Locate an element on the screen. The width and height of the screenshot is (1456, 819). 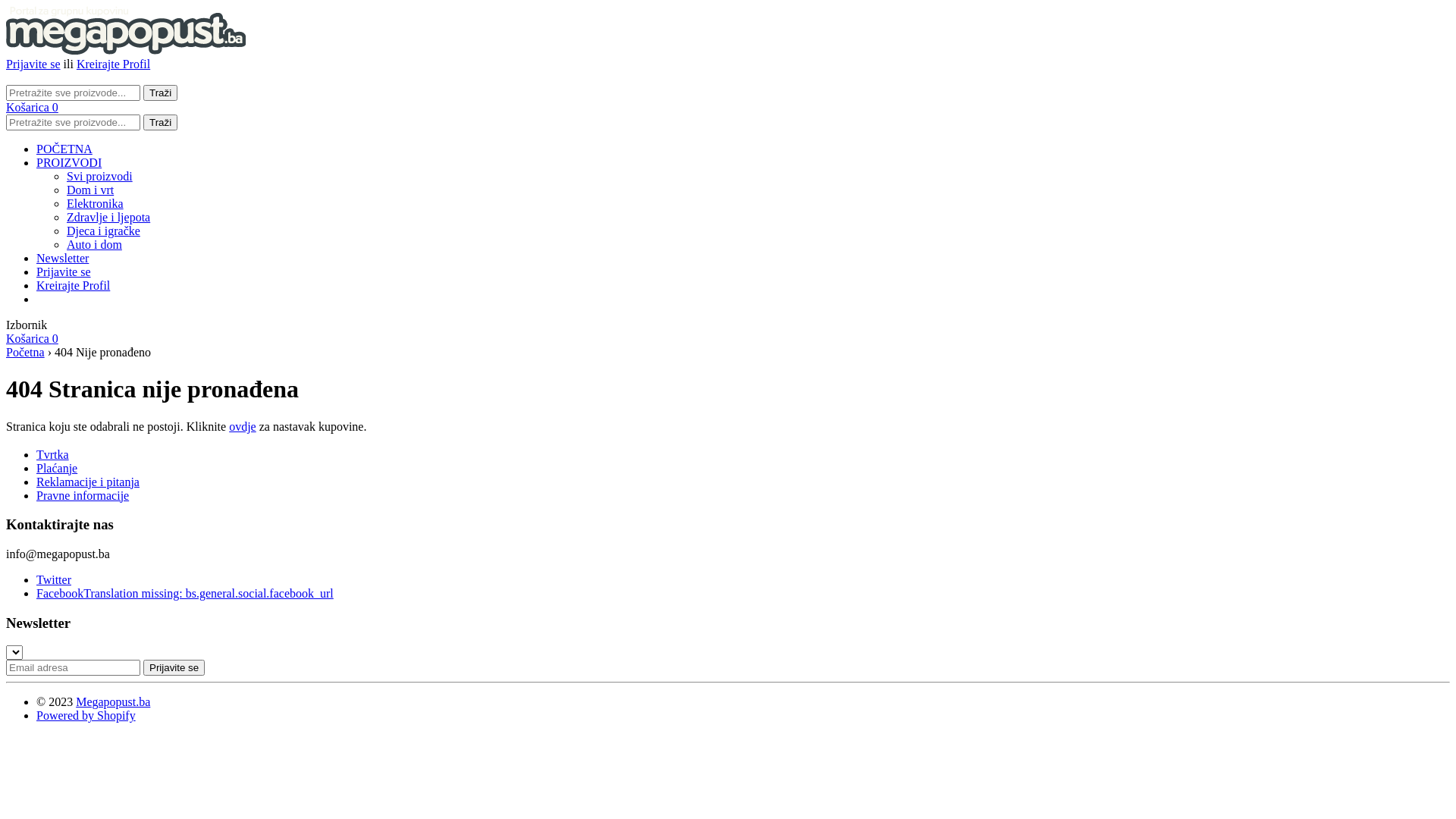
'Powered by Shopify' is located at coordinates (85, 715).